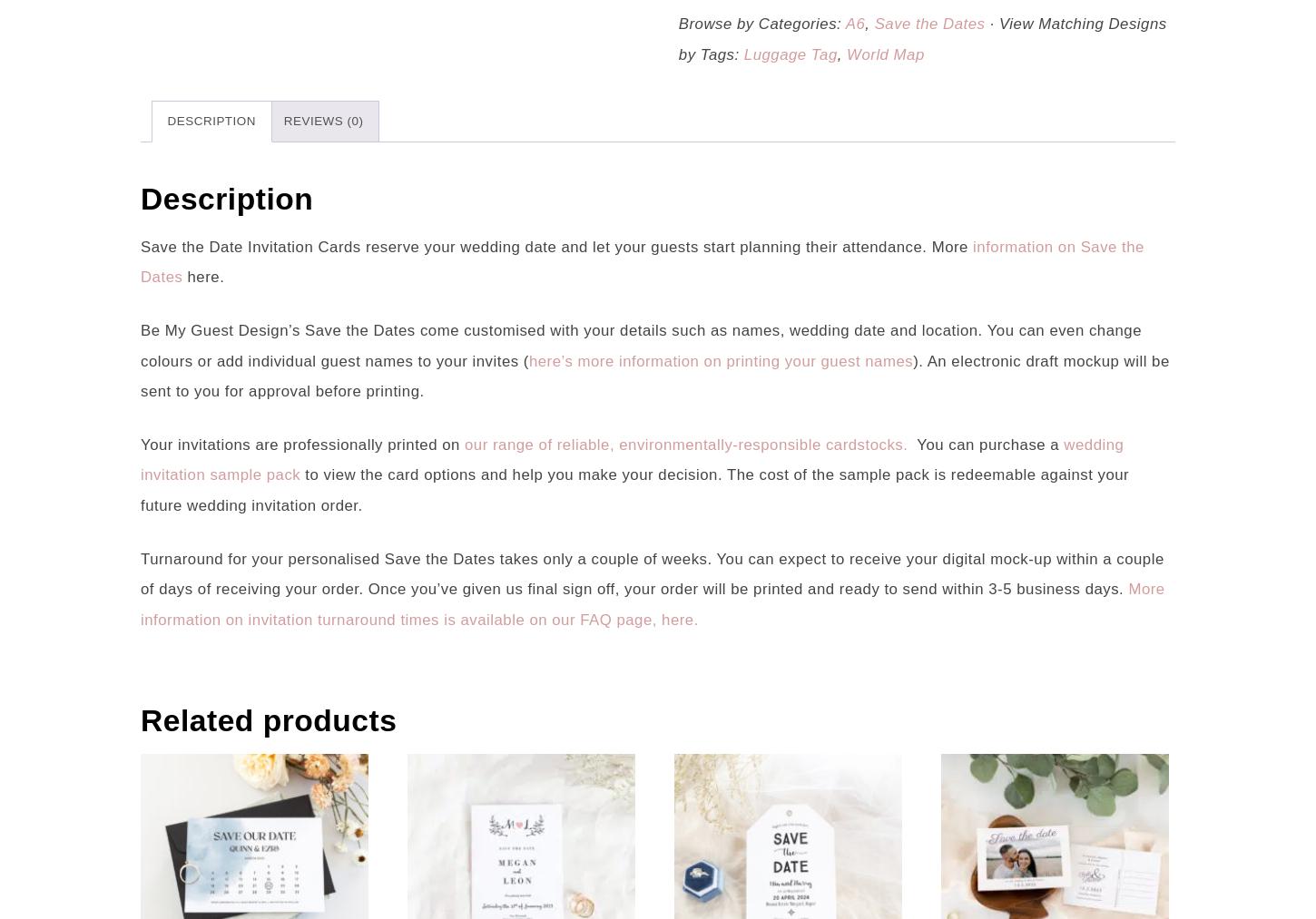 The height and width of the screenshot is (919, 1316). I want to click on 'to view the card options and help you make your decision. The cost of the sample pack is redeemable against your future wedding invitation order.', so click(633, 490).